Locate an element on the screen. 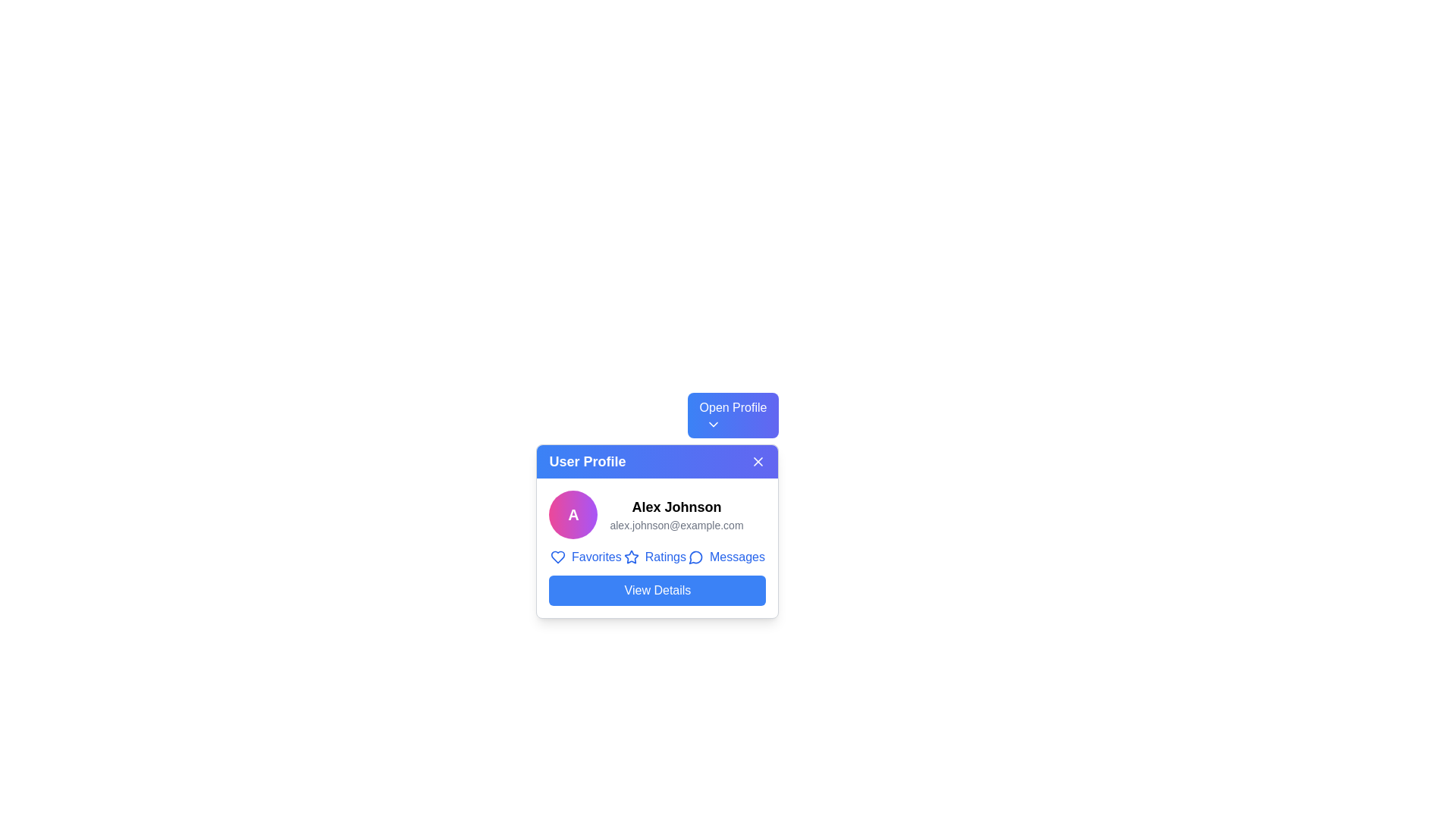 This screenshot has width=1456, height=819. the 'Ratings' interactive link located in the horizontal menu bar between 'Favorites' and 'Messages' is located at coordinates (654, 557).